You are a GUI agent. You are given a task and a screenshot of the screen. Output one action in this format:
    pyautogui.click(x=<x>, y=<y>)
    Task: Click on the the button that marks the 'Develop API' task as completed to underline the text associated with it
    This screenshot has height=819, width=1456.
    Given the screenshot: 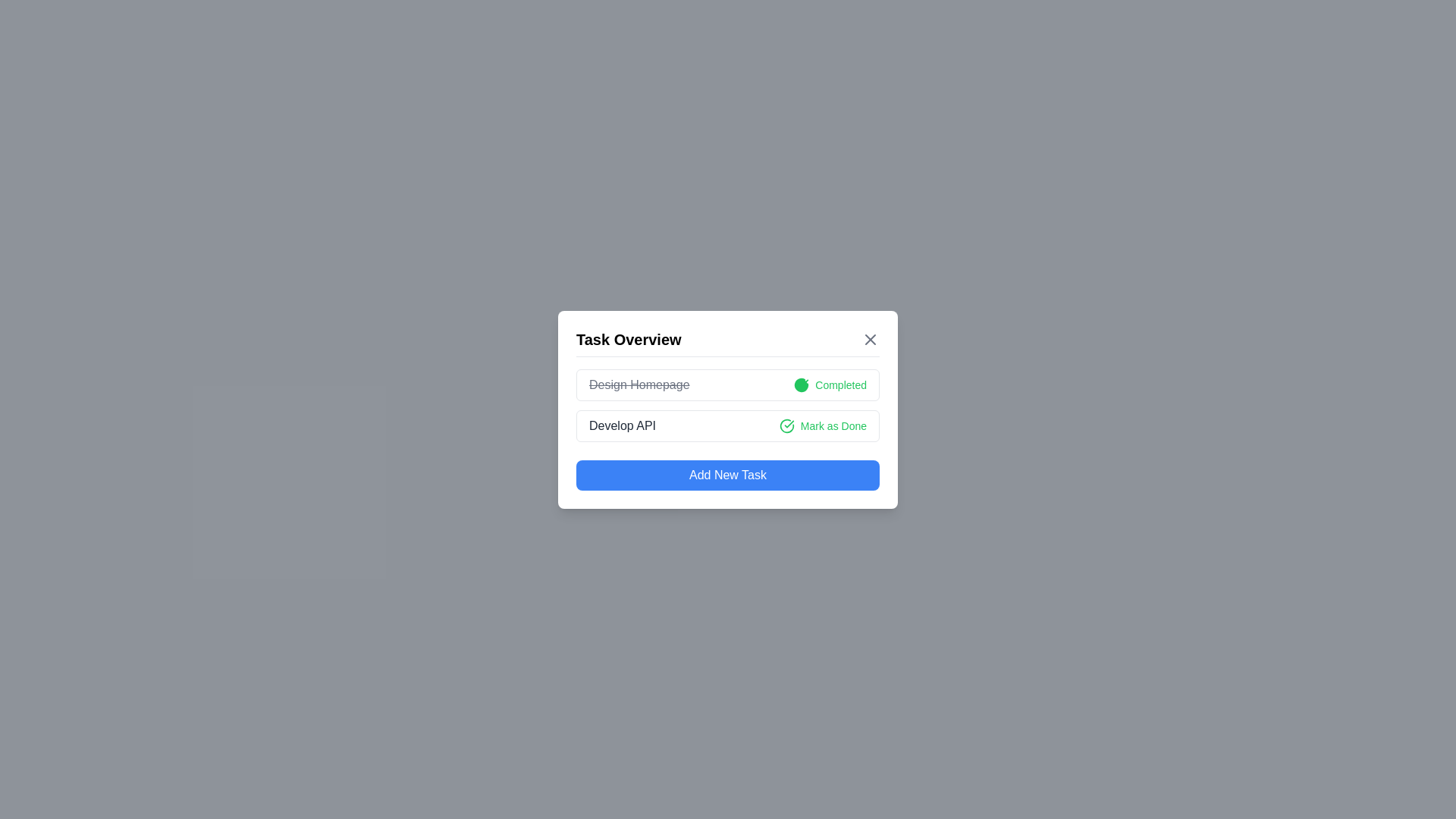 What is the action you would take?
    pyautogui.click(x=822, y=425)
    